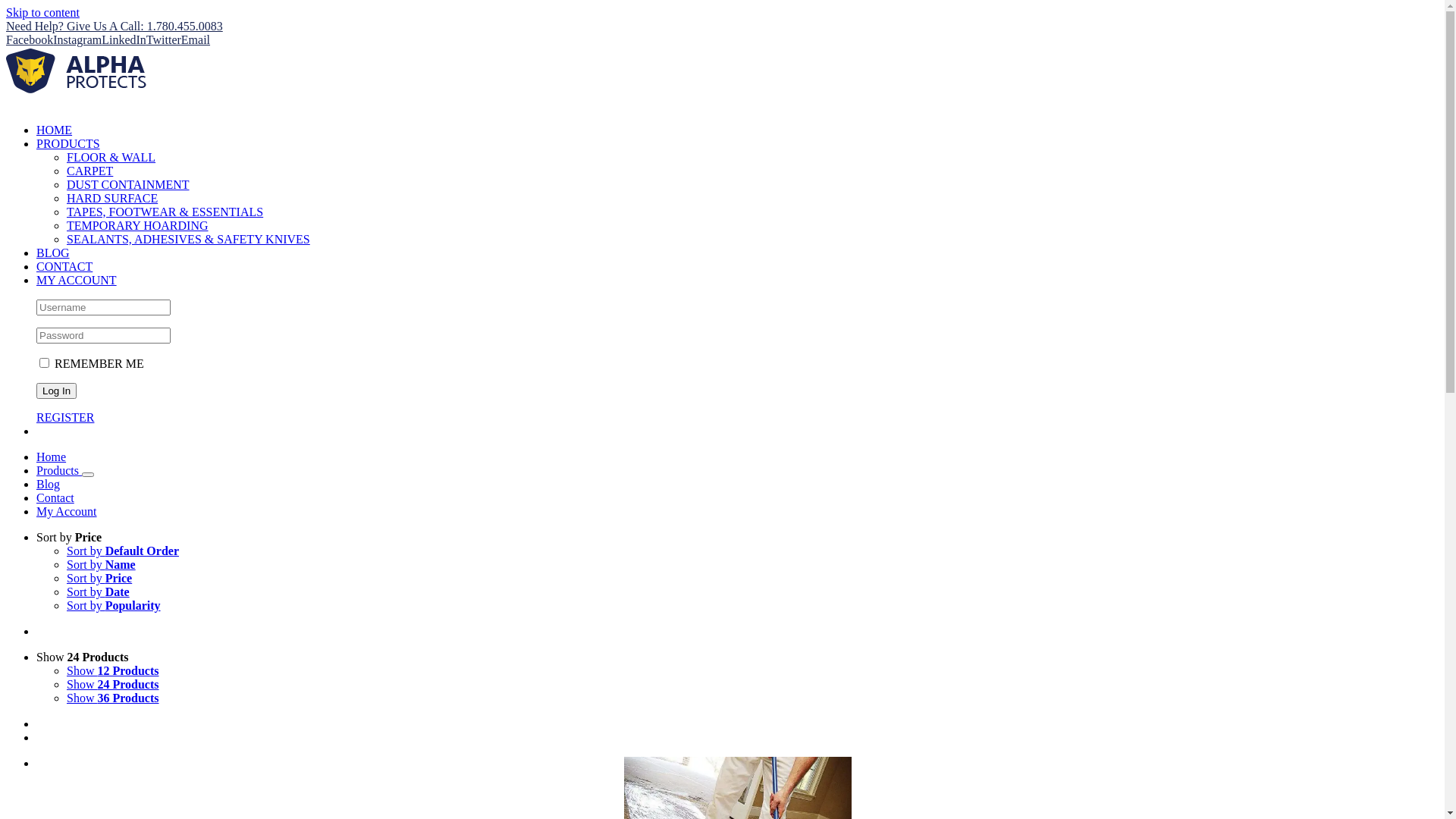  What do you see at coordinates (111, 670) in the screenshot?
I see `'Show 12 Products'` at bounding box center [111, 670].